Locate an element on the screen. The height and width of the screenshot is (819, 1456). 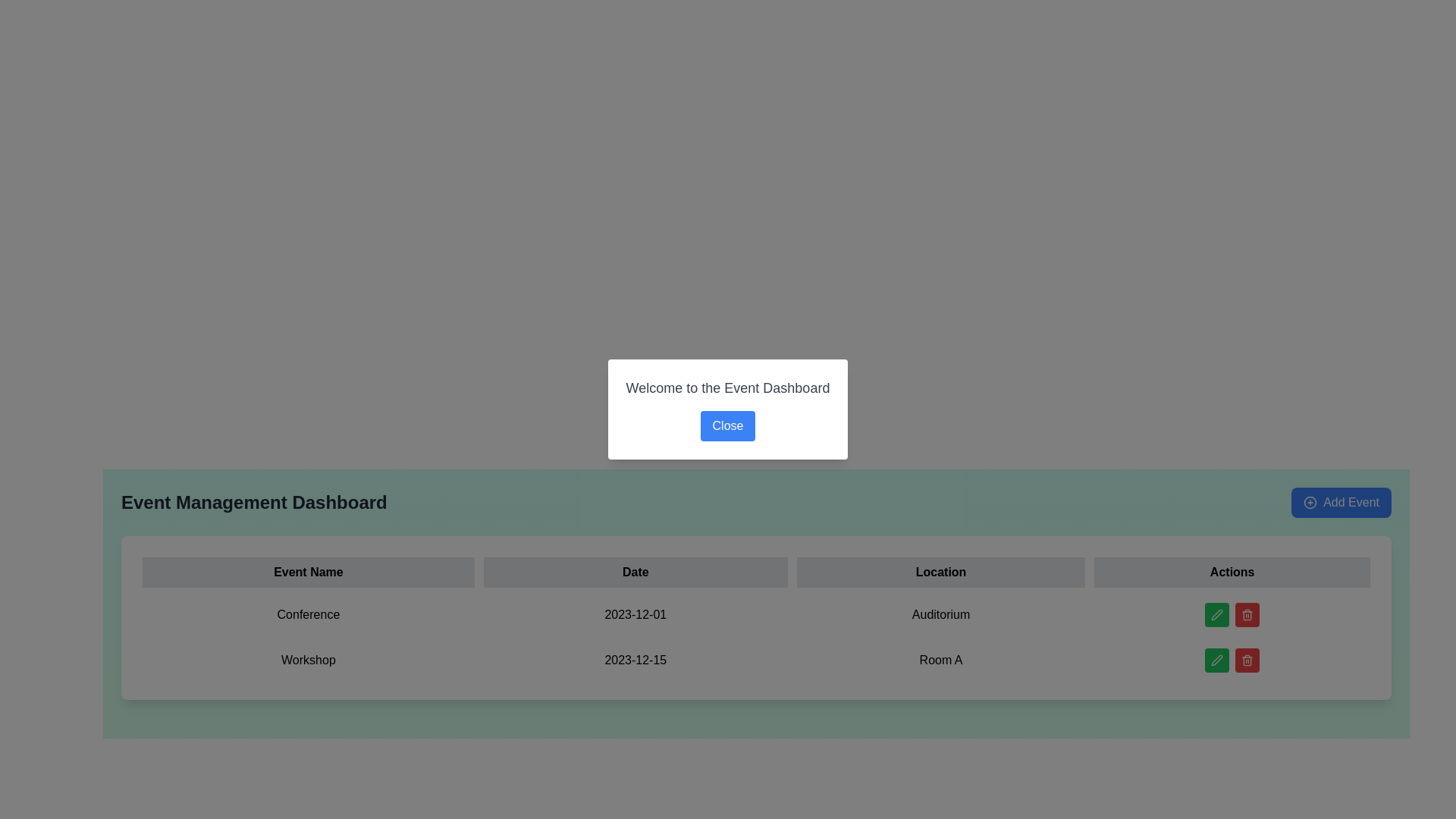
the small white pen icon within the green button located in the 'Actions' column for 'Room A' to invoke the edit functionality is located at coordinates (1217, 660).